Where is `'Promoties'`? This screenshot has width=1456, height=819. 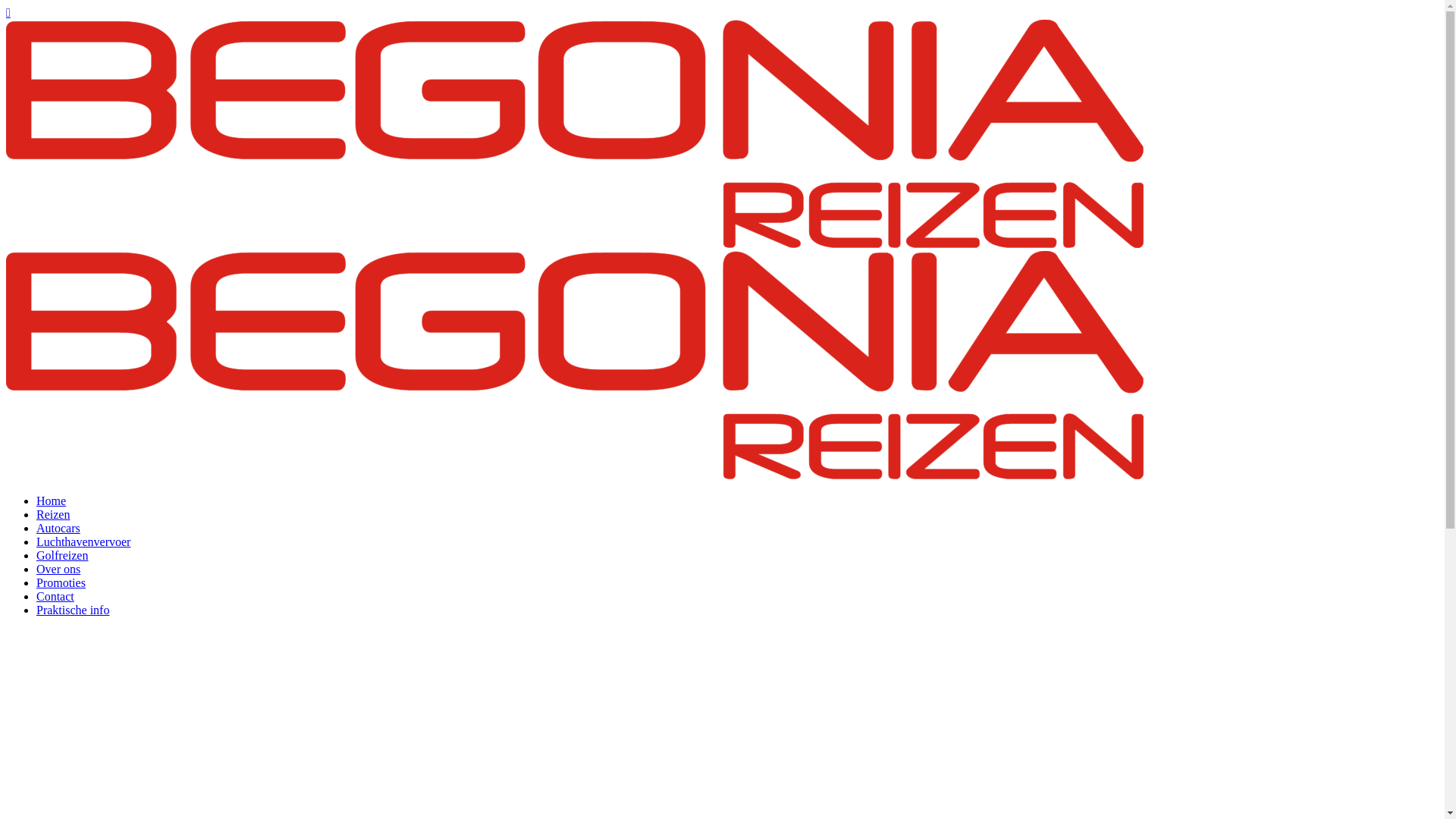 'Promoties' is located at coordinates (61, 582).